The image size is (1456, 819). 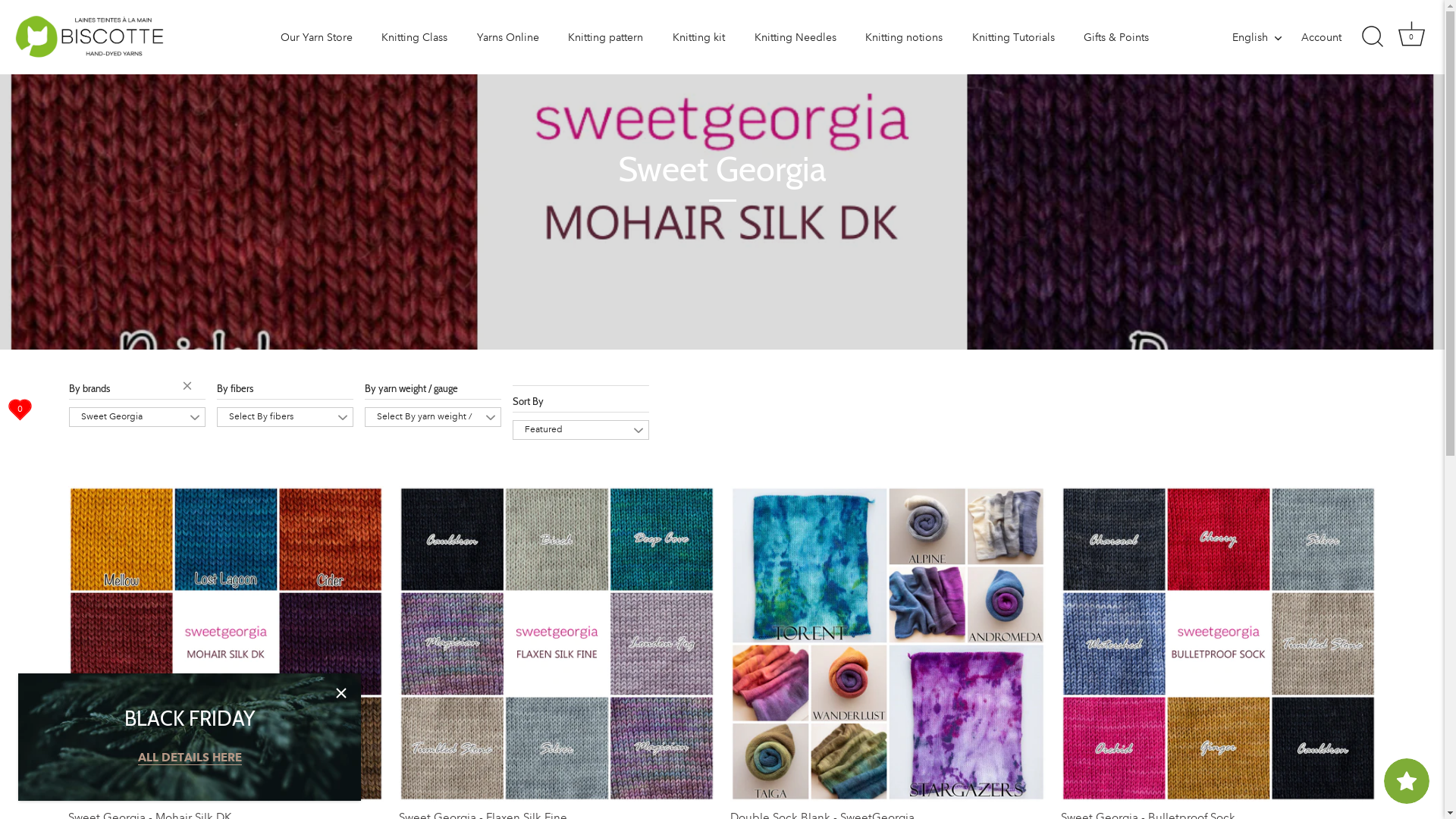 I want to click on 'Cart, so click(x=1410, y=36).